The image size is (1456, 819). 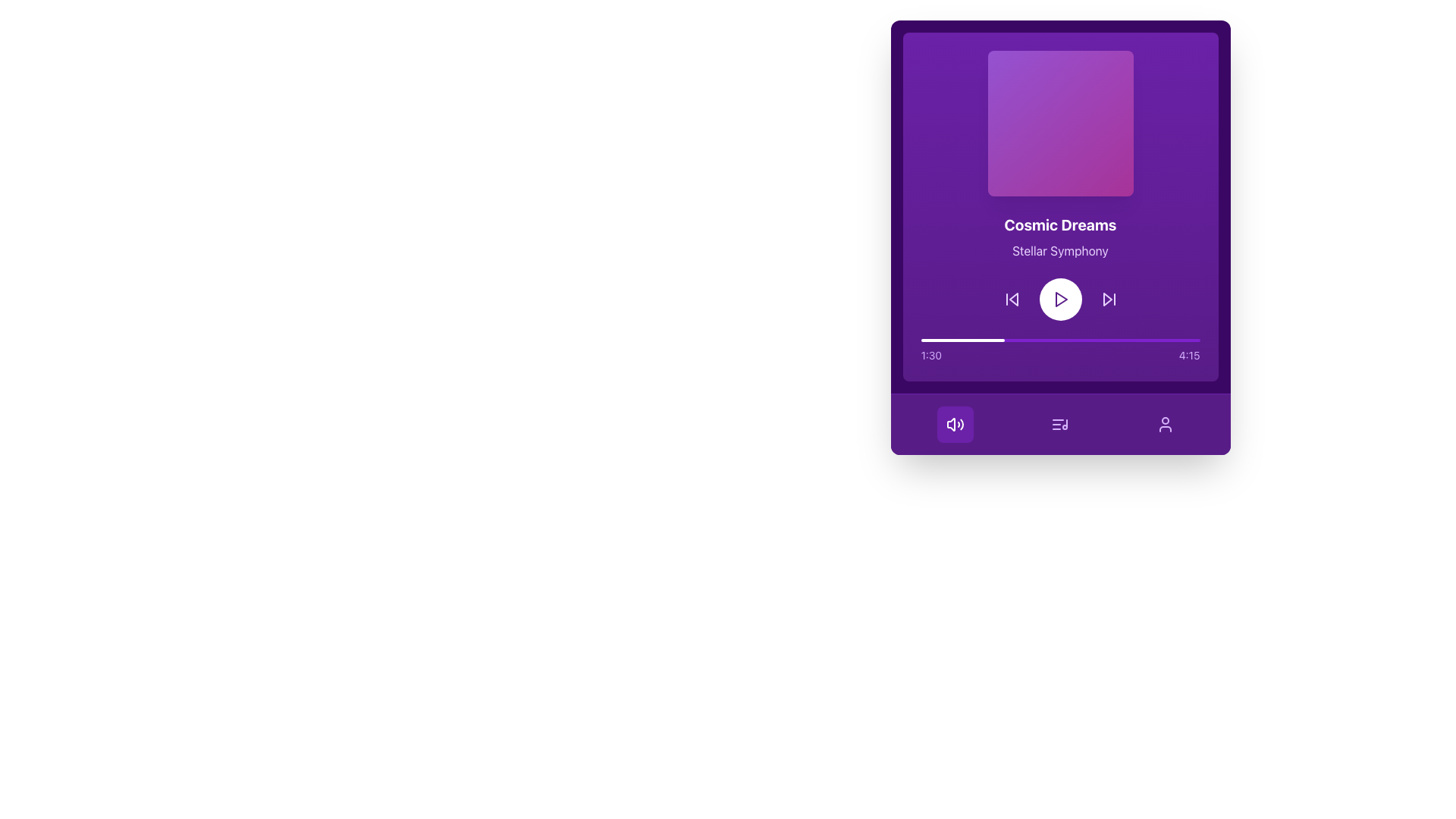 What do you see at coordinates (1059, 225) in the screenshot?
I see `the text label displaying the title of the currently playing track, which is located directly beneath the track's visual representation and above the subtitle 'Stellar Symphony'` at bounding box center [1059, 225].